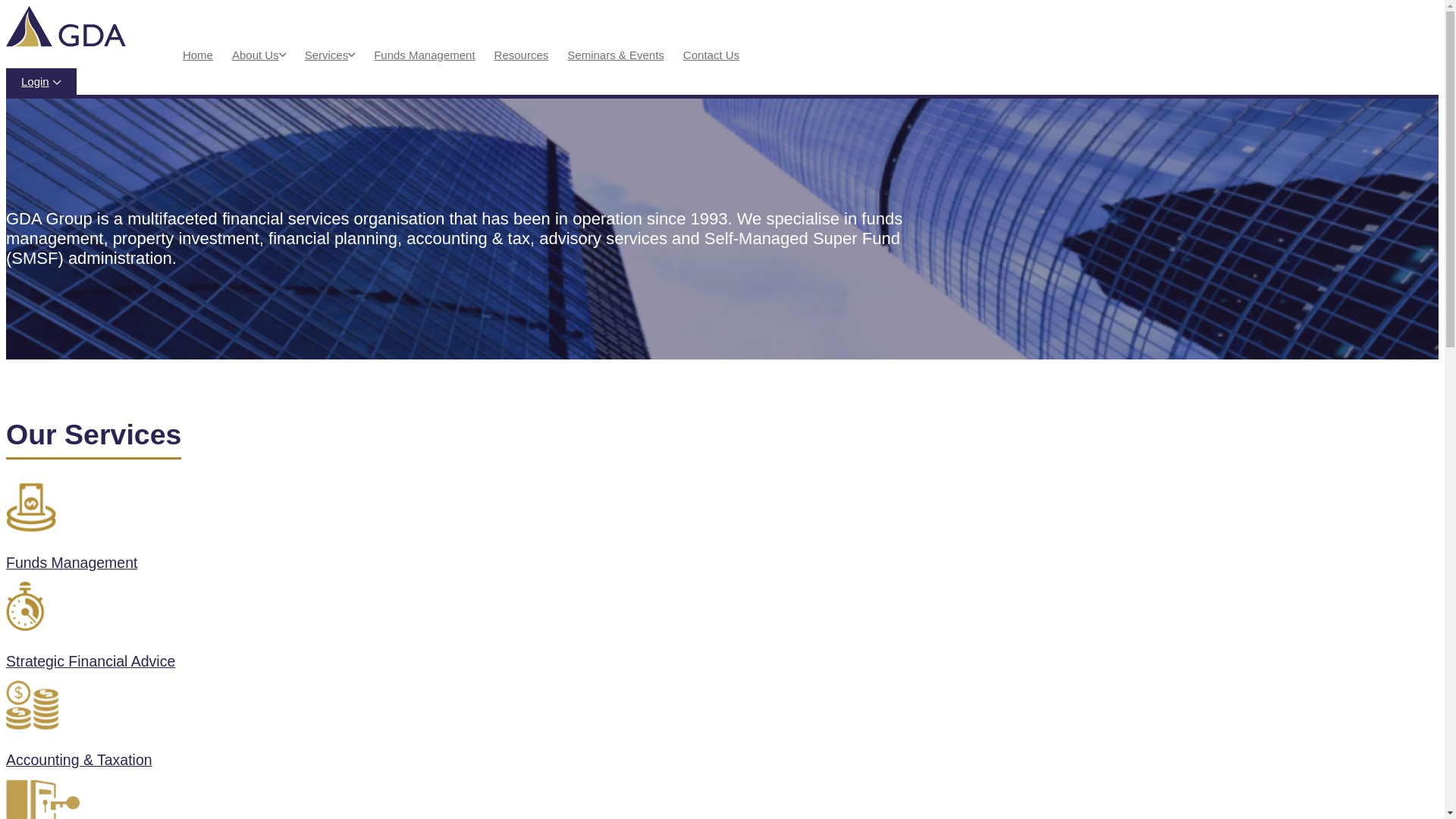  Describe the element at coordinates (460, 728) in the screenshot. I see `'Accounting & Taxation'` at that location.